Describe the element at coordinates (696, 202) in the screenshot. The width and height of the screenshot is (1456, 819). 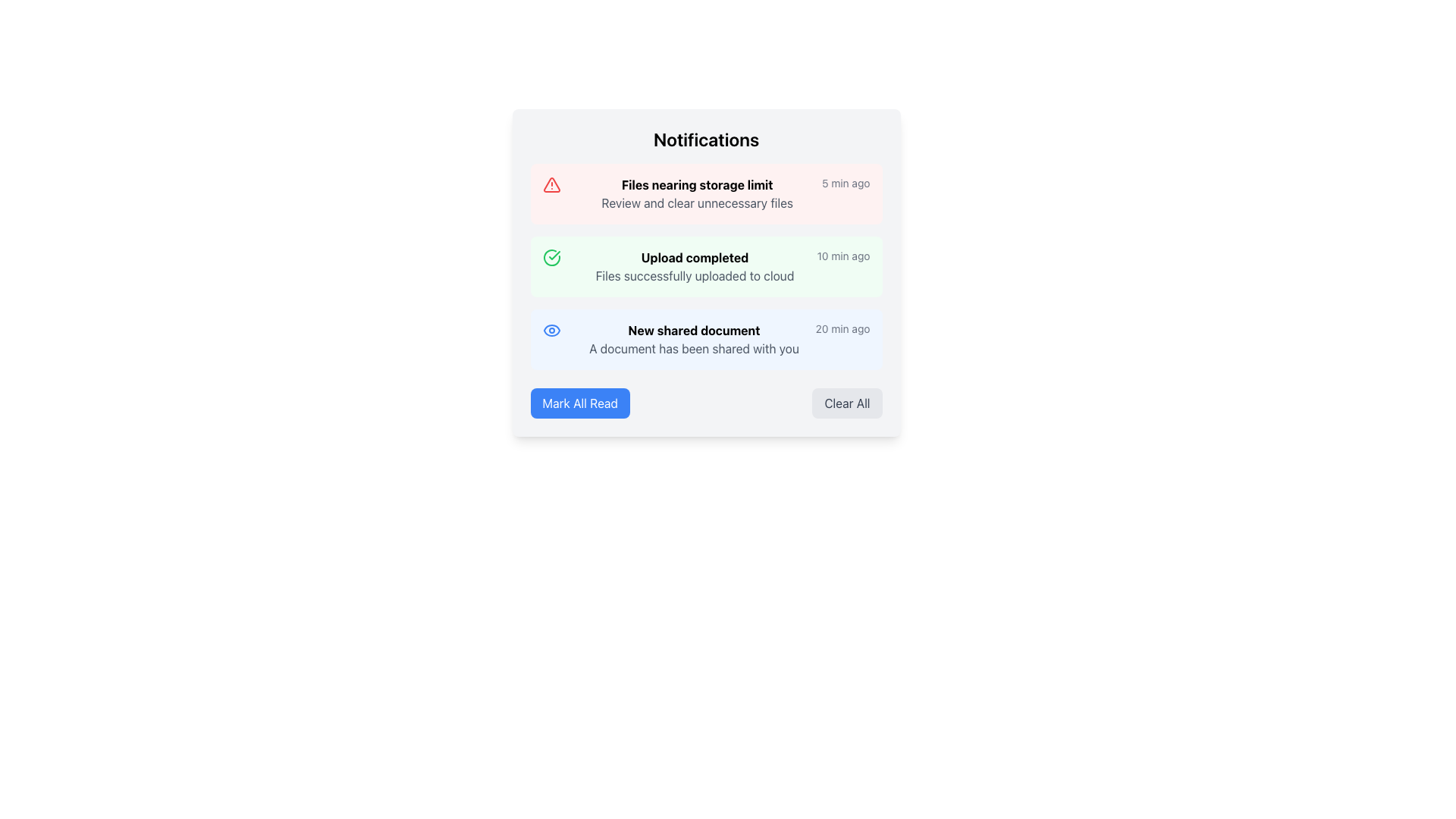
I see `the text label displaying 'Review and clear unnecessary files', which is located beneath the title 'Files nearing storage limit'` at that location.